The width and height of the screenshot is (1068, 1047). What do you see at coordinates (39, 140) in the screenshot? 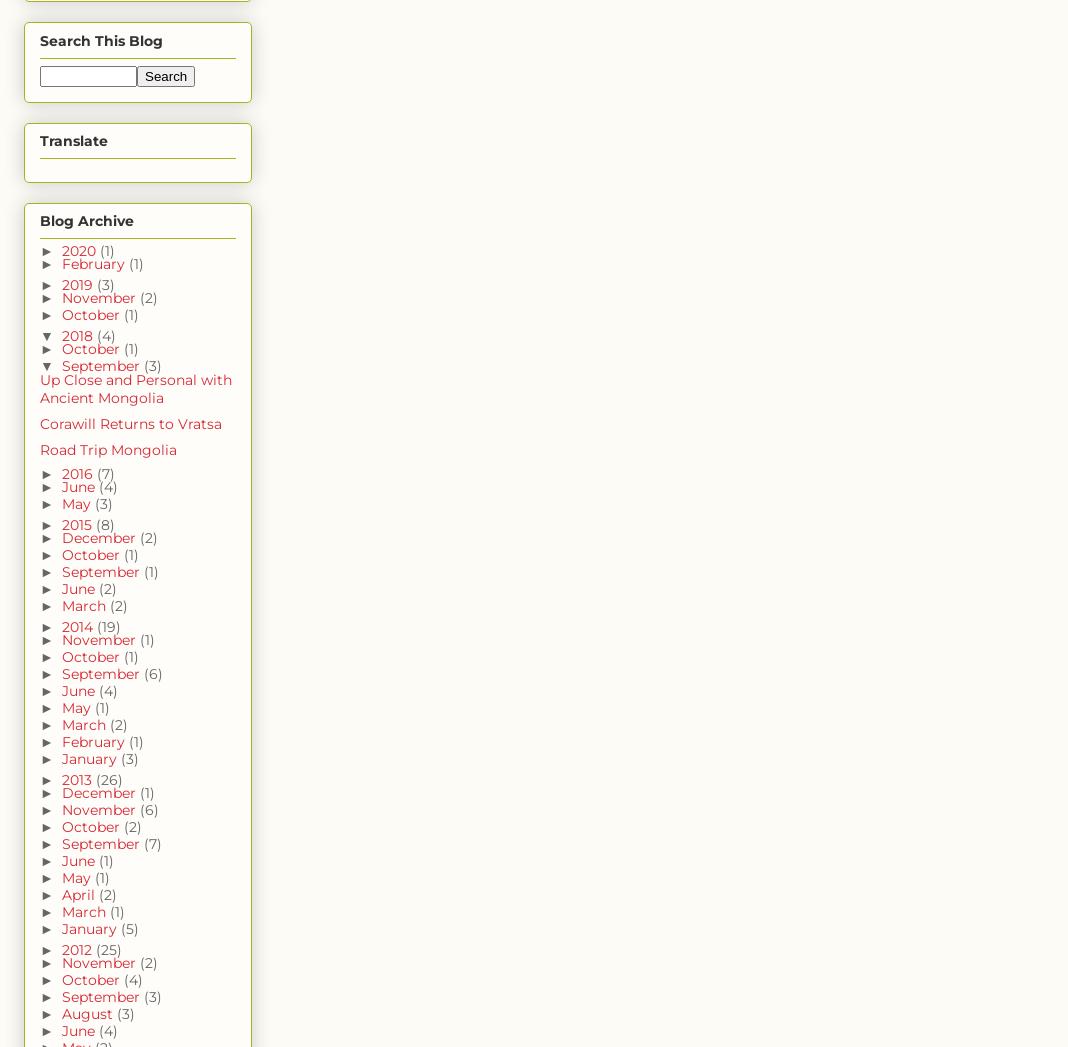
I see `'Translate'` at bounding box center [39, 140].